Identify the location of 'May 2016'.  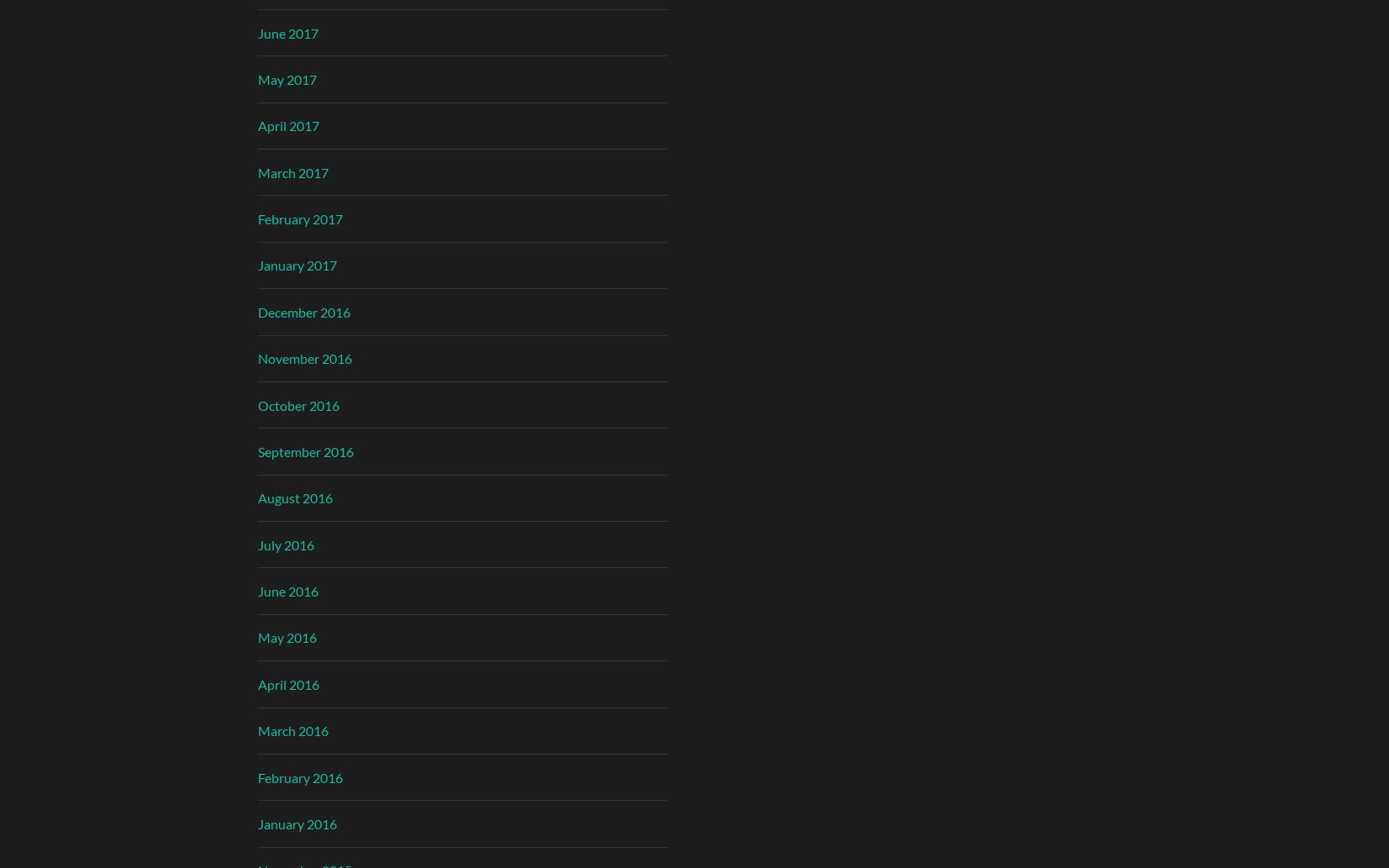
(286, 637).